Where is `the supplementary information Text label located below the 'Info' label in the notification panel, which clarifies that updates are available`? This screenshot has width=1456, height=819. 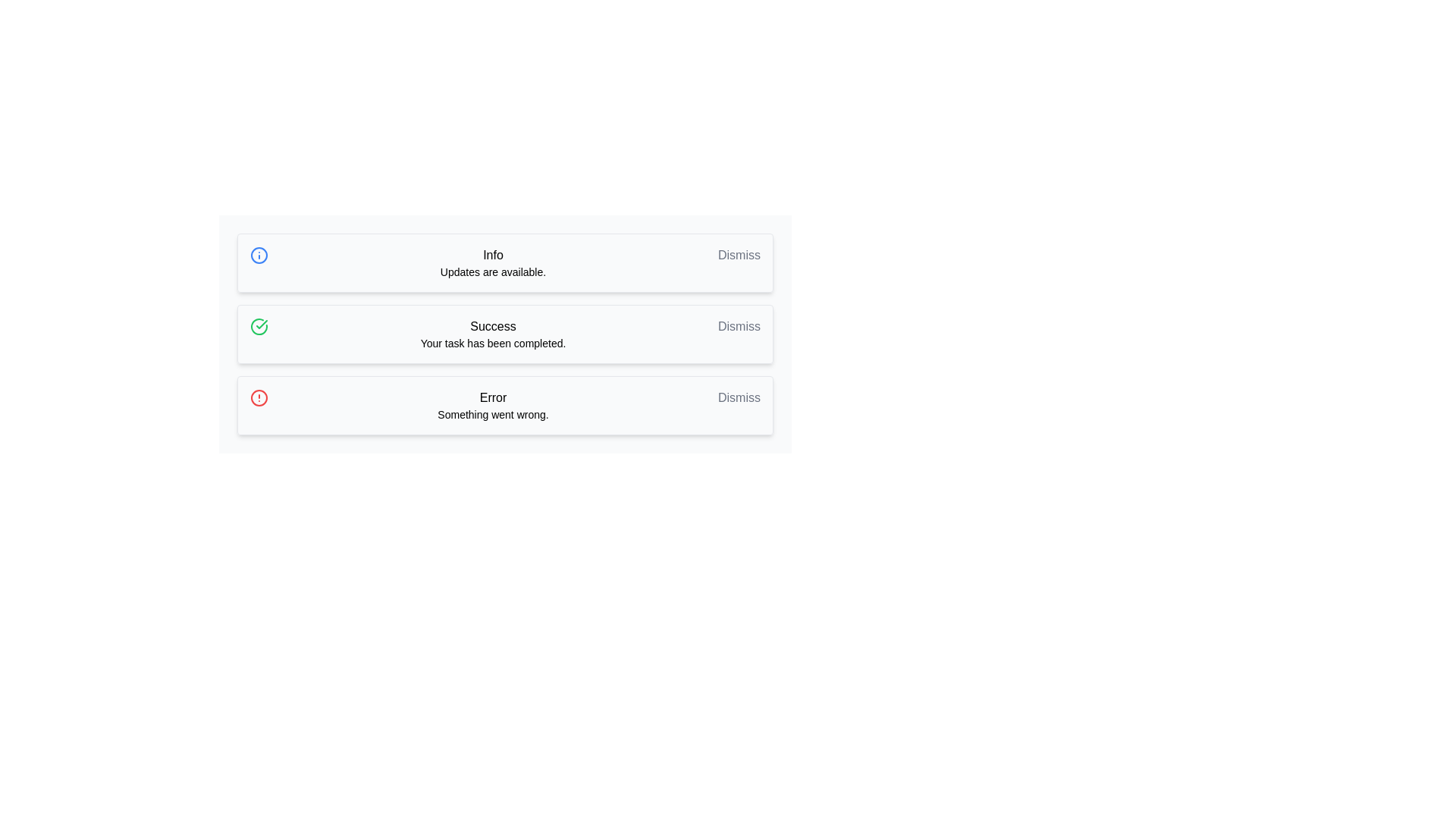 the supplementary information Text label located below the 'Info' label in the notification panel, which clarifies that updates are available is located at coordinates (493, 271).